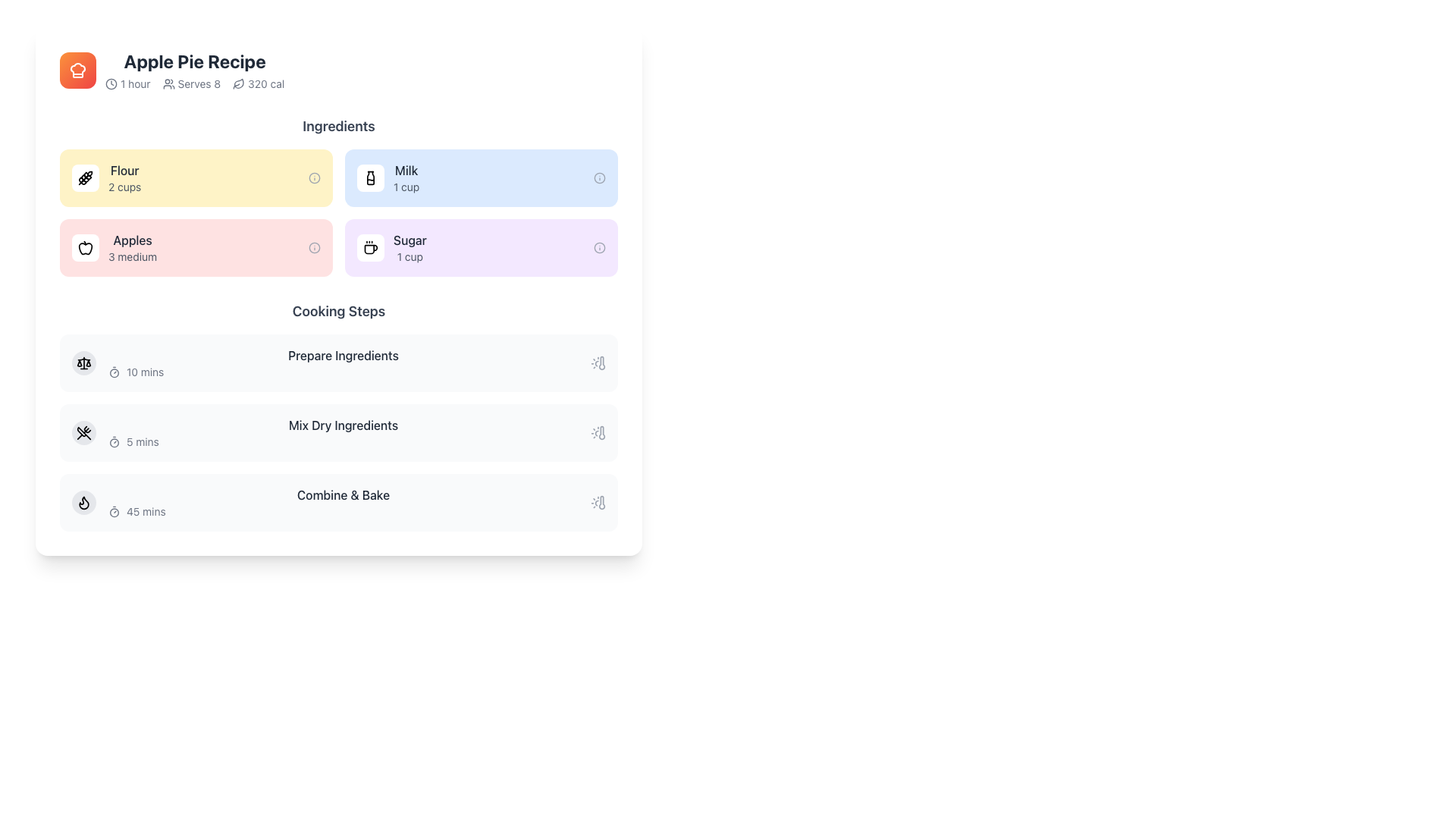 Image resolution: width=1456 pixels, height=819 pixels. What do you see at coordinates (83, 432) in the screenshot?
I see `the circular icon with a light gray background featuring a crossed fork and knife illustration, located to the left of the 'Mix Dry Ingredients' text in the 'Cooking Steps' list` at bounding box center [83, 432].